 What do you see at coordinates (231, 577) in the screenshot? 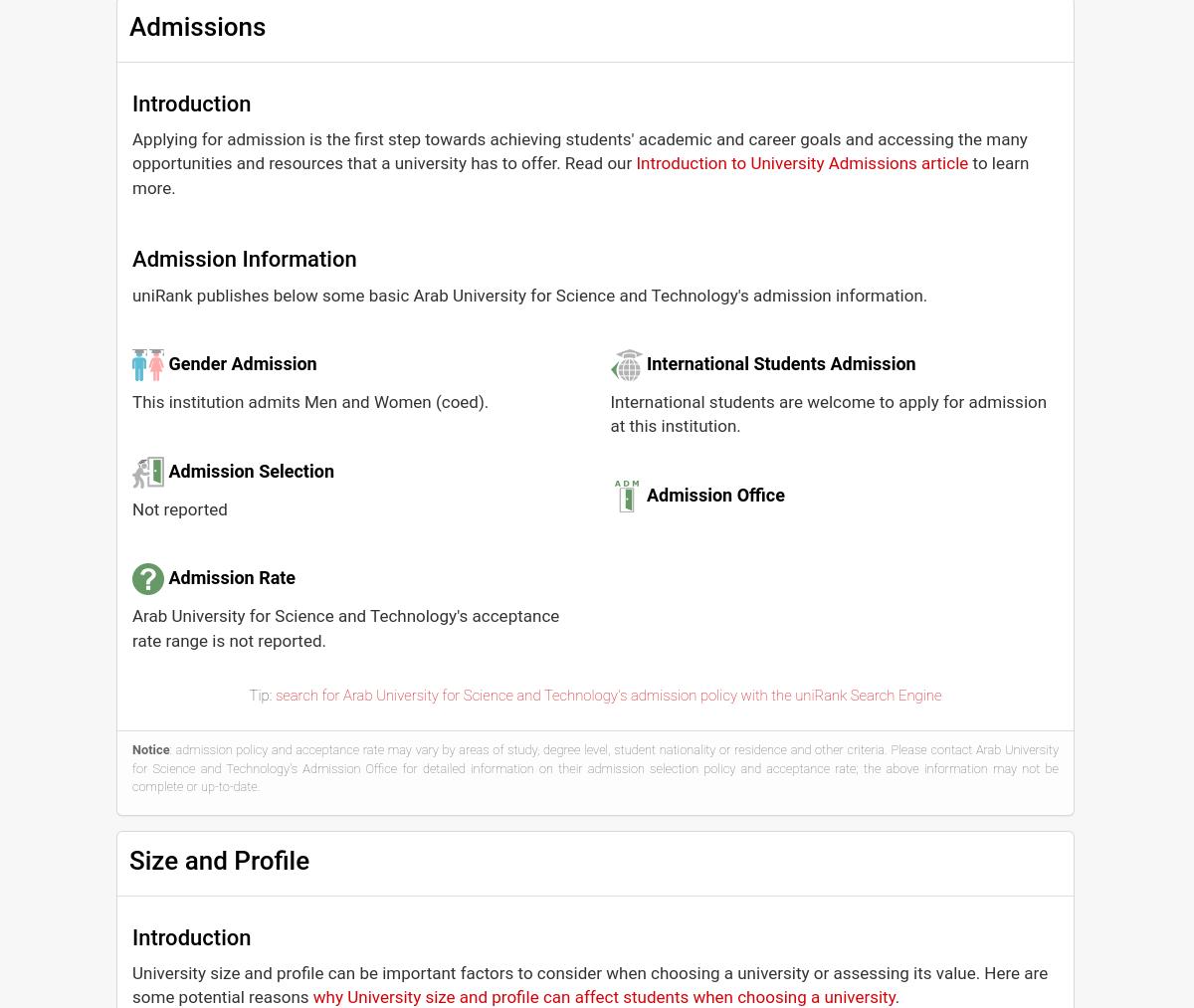
I see `'Admission Rate'` at bounding box center [231, 577].